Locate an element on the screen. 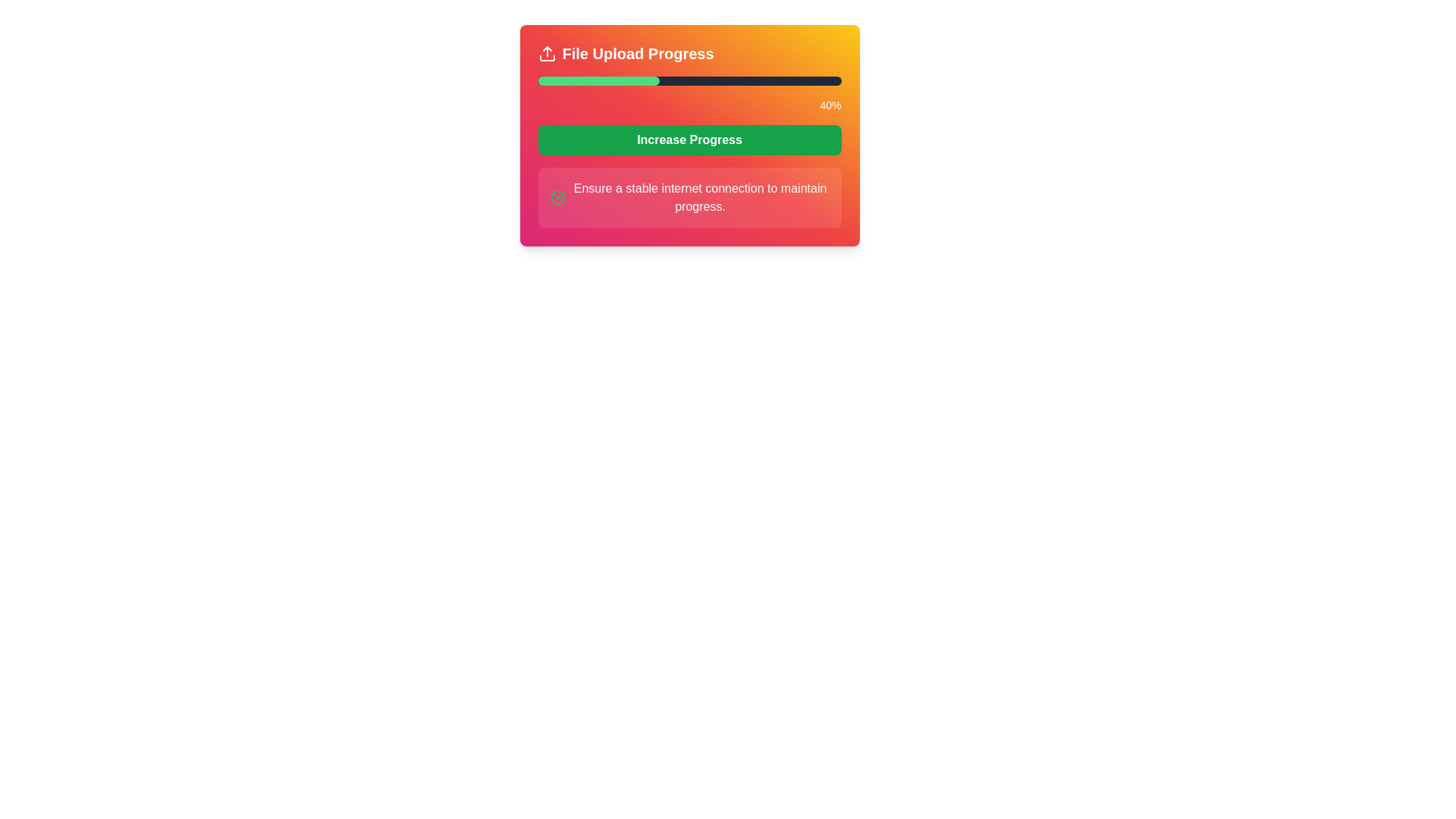  the progress bar that indicates the completion percentage of a file upload task, located below the title 'File Upload Progress' is located at coordinates (689, 81).